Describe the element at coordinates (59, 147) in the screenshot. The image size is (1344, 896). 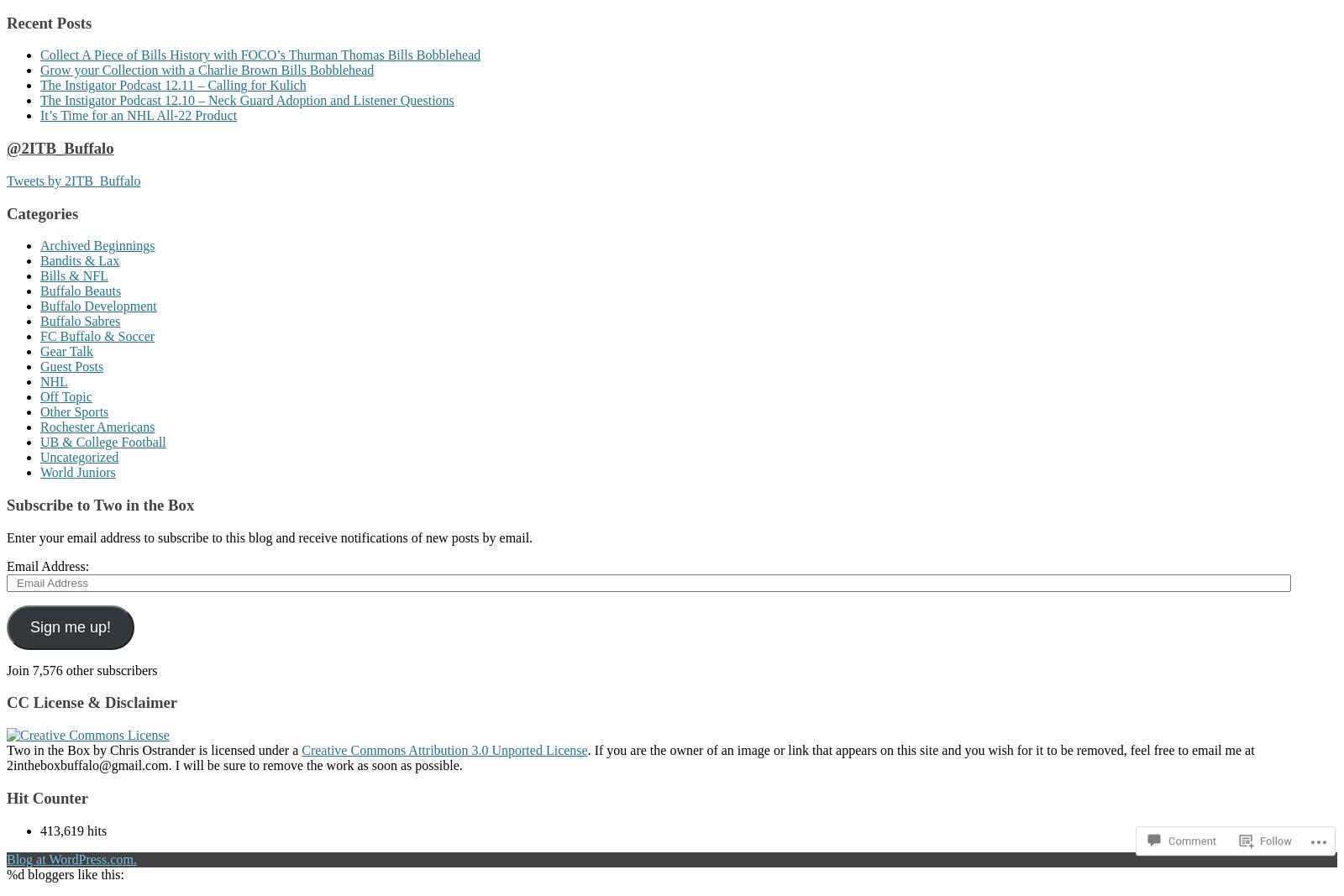
I see `'@2ITB_Buffalo'` at that location.